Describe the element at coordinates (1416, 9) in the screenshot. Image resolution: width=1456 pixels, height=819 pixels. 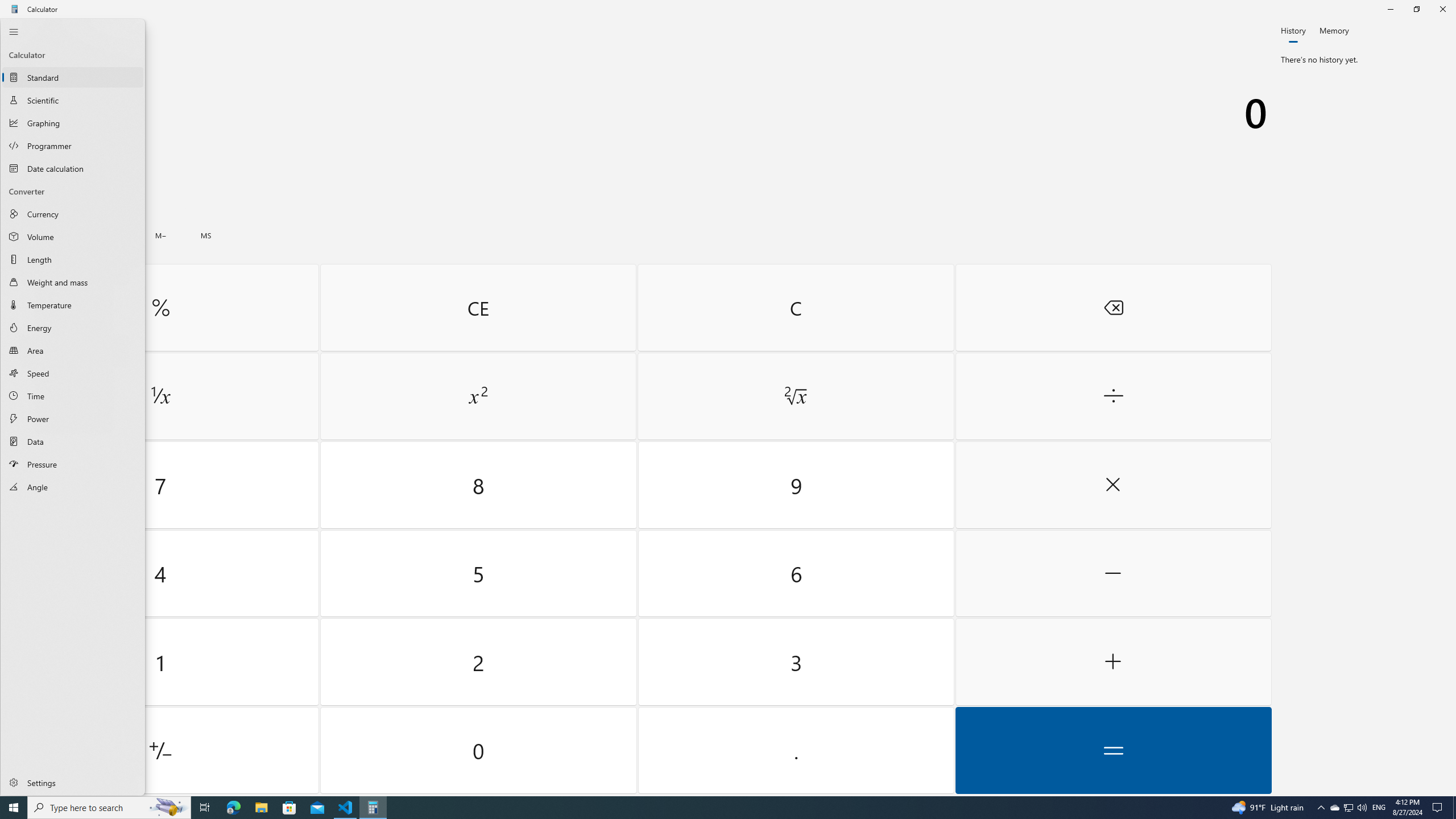
I see `'Restore Calculator'` at that location.